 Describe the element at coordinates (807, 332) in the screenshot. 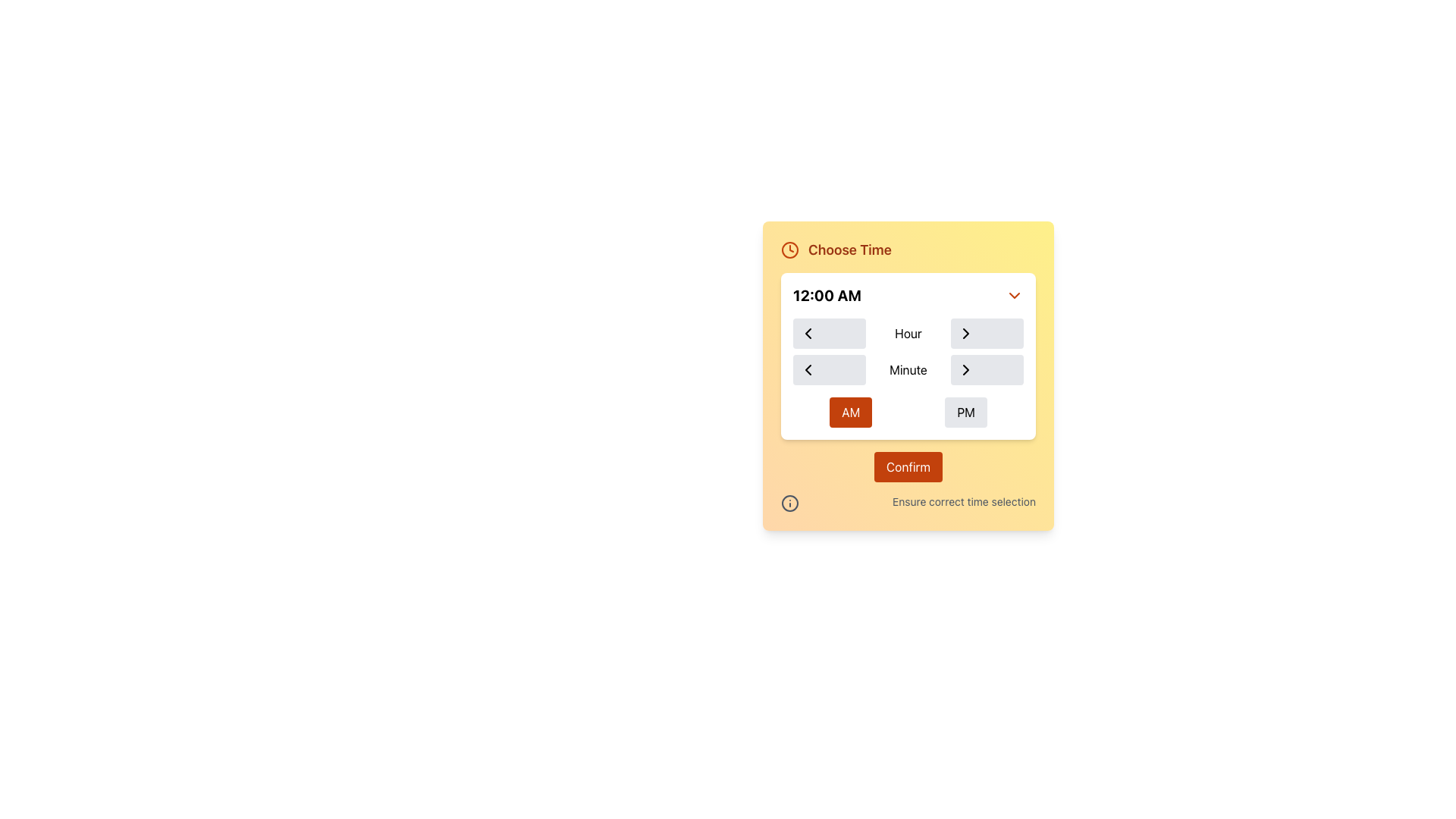

I see `the leftward-pointing chevron icon representing the decrement action located below the '12:00 AM' label to decrement the hour value` at that location.